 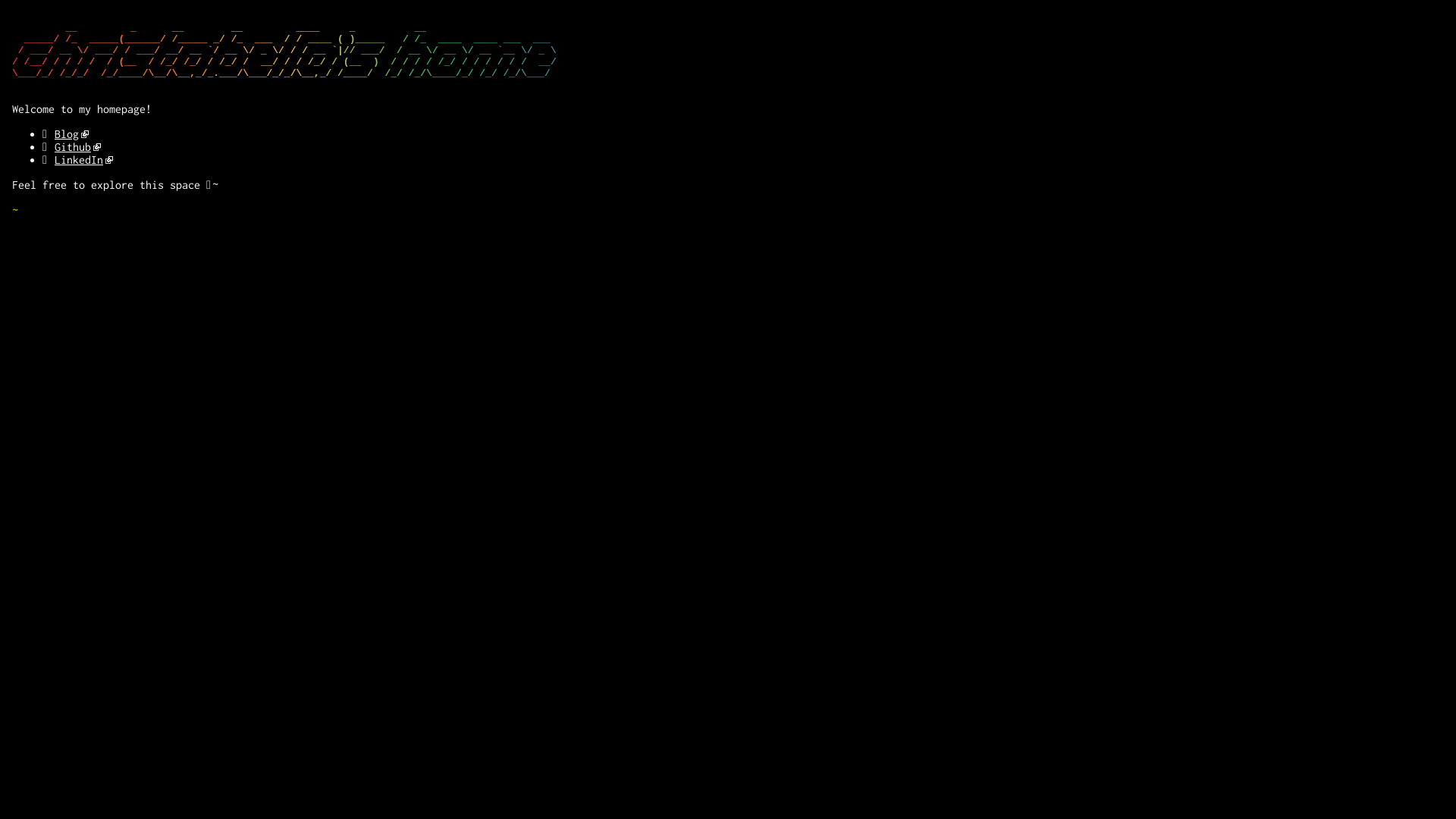 I want to click on 'Blog', so click(x=55, y=133).